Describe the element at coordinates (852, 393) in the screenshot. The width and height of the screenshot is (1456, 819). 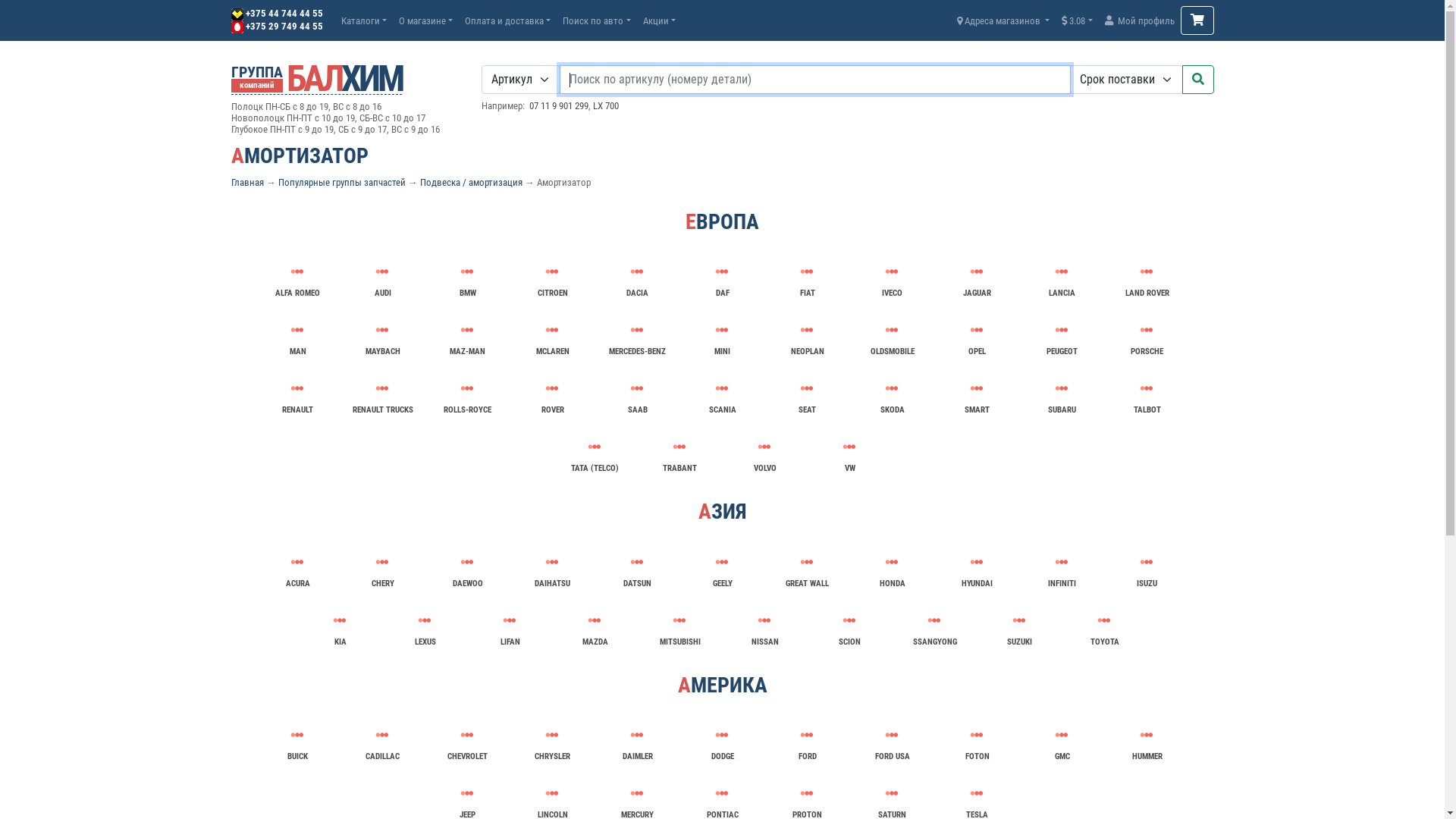
I see `'SKODA'` at that location.